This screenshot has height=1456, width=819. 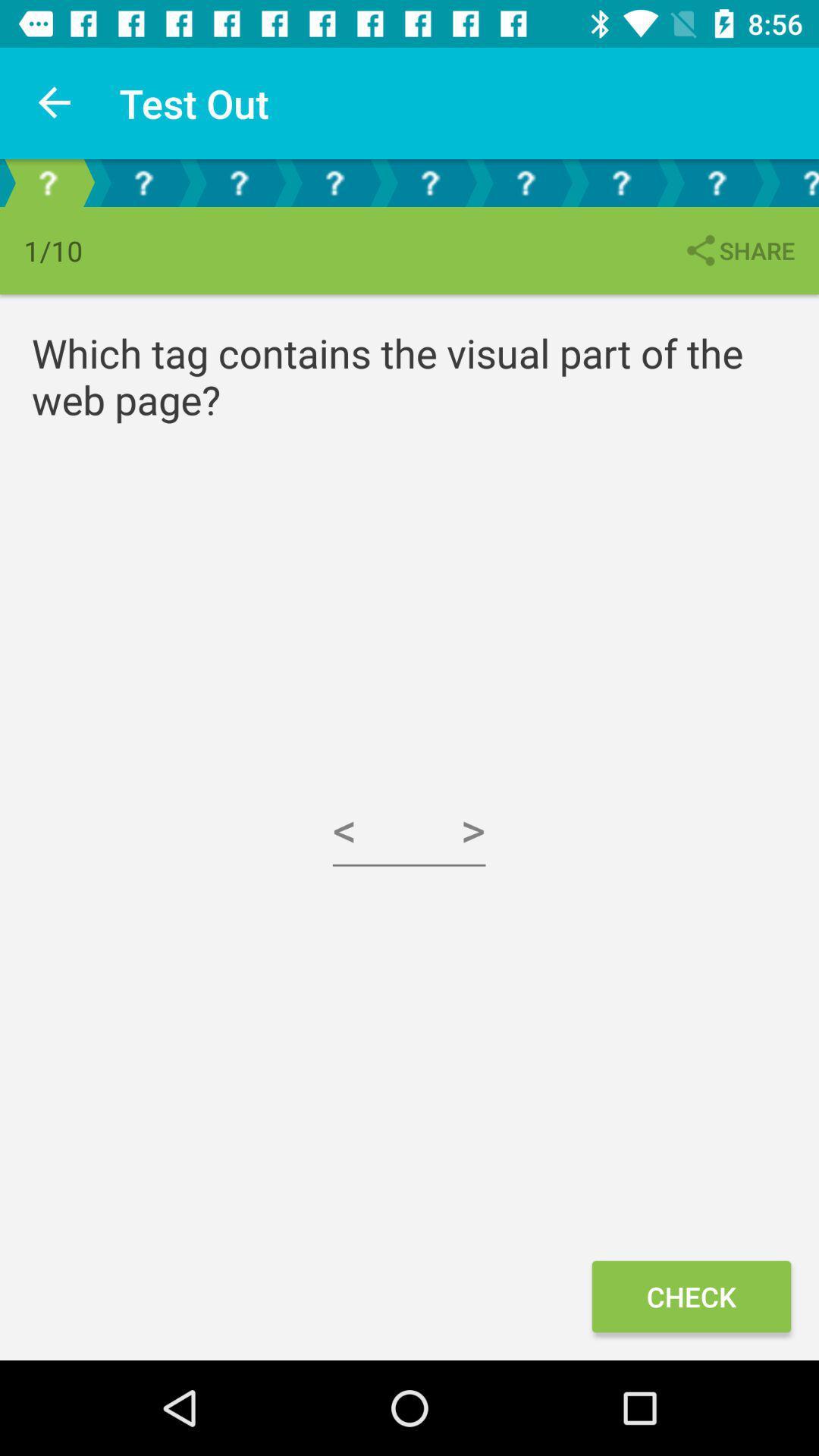 What do you see at coordinates (791, 182) in the screenshot?
I see `9th question mark which is at right side of the page` at bounding box center [791, 182].